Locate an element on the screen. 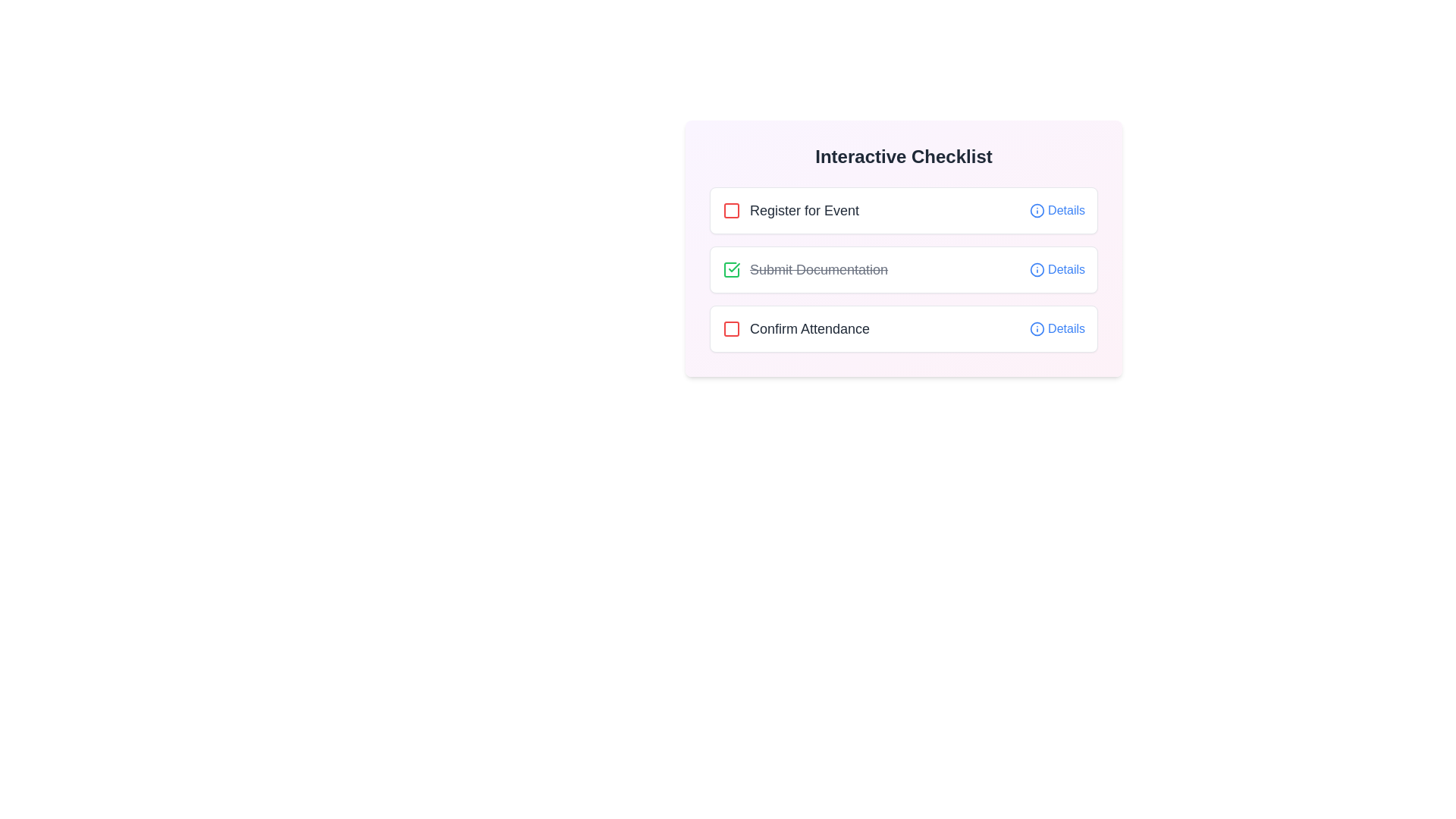 The width and height of the screenshot is (1456, 819). the clickable text labeled 'Details' styled with a blue font color is located at coordinates (1056, 268).